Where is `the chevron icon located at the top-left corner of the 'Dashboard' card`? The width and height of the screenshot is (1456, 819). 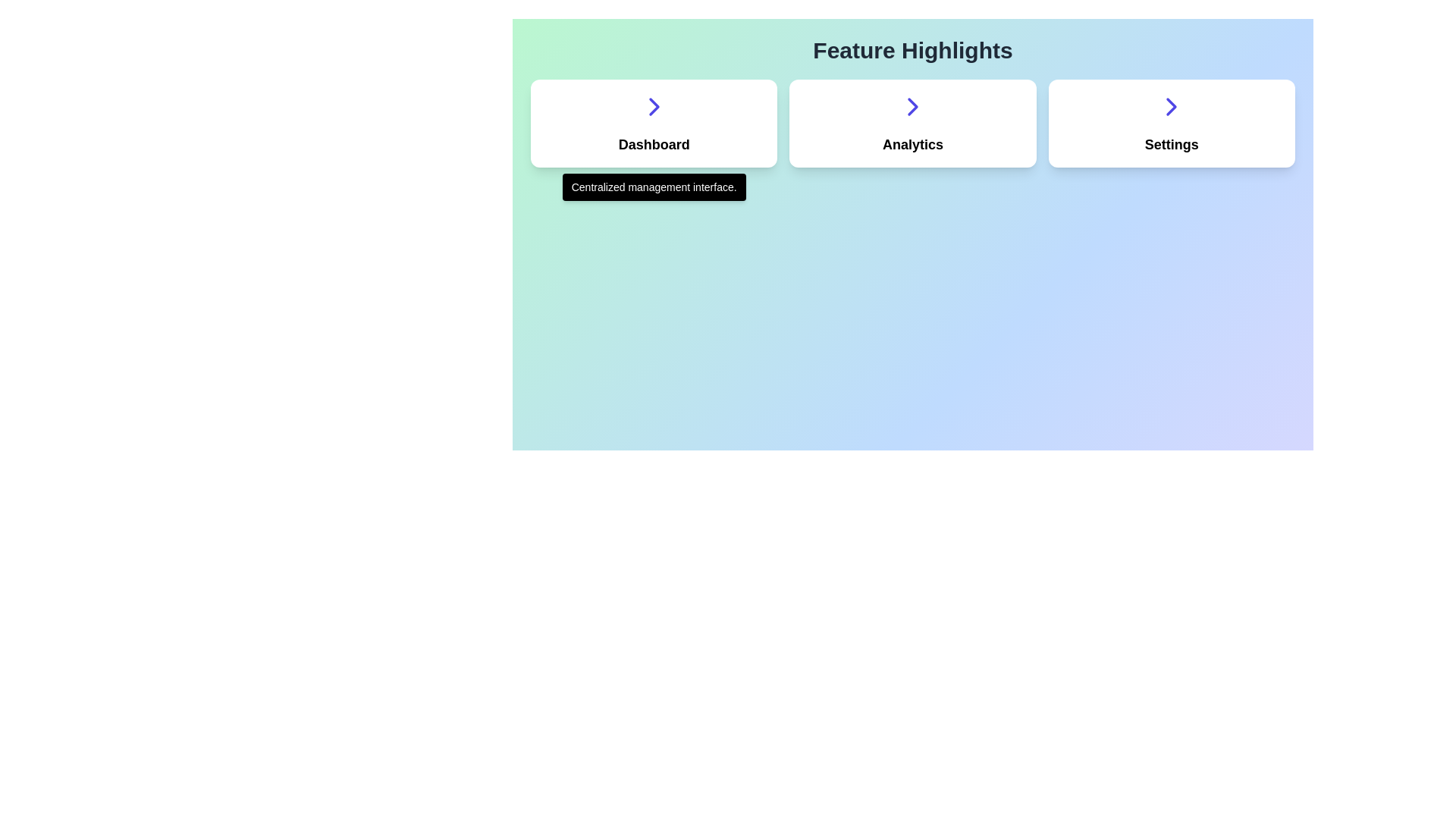
the chevron icon located at the top-left corner of the 'Dashboard' card is located at coordinates (654, 106).